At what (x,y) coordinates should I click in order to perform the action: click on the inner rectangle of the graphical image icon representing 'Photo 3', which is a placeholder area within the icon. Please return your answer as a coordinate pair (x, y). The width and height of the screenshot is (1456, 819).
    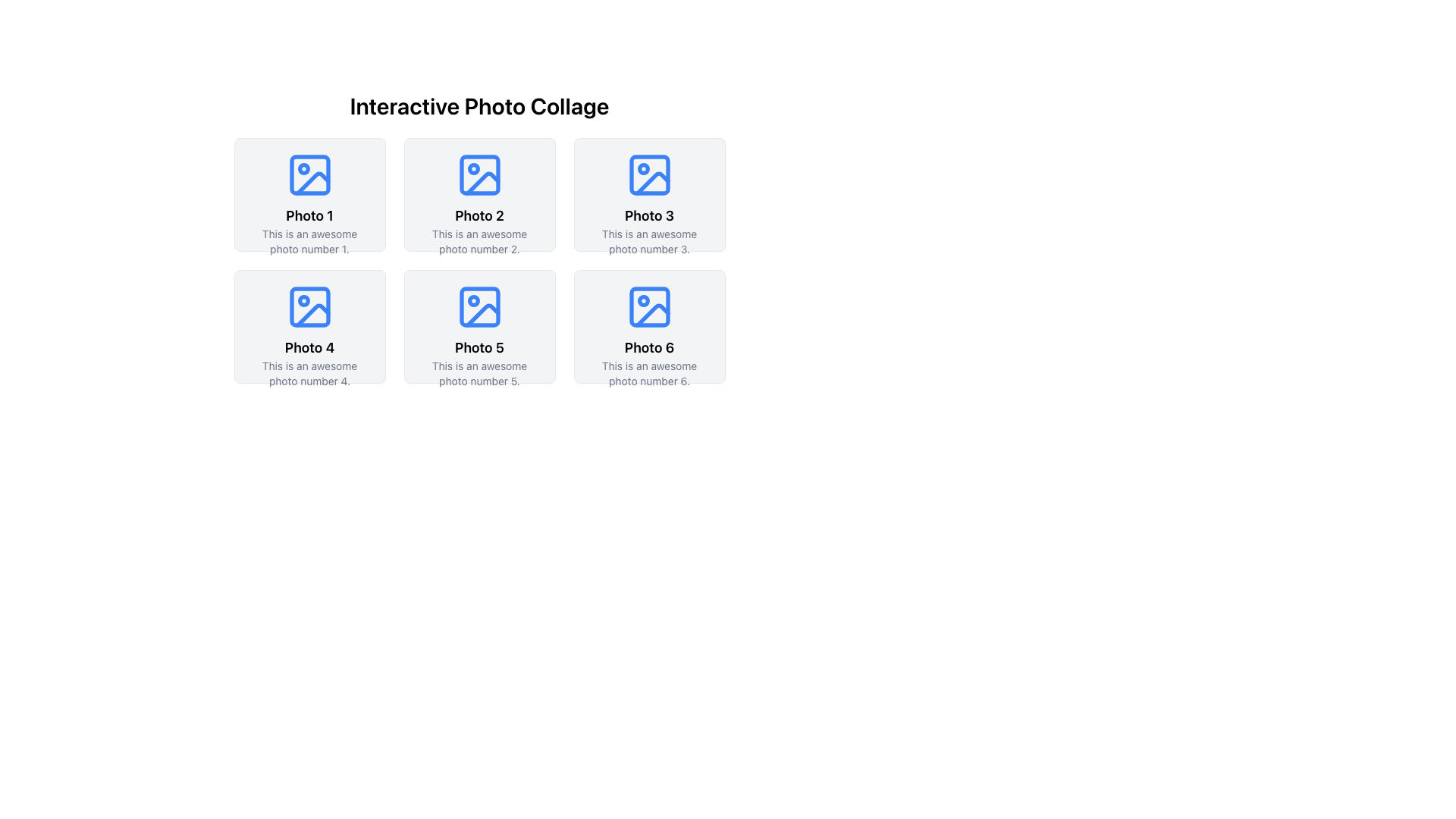
    Looking at the image, I should click on (649, 174).